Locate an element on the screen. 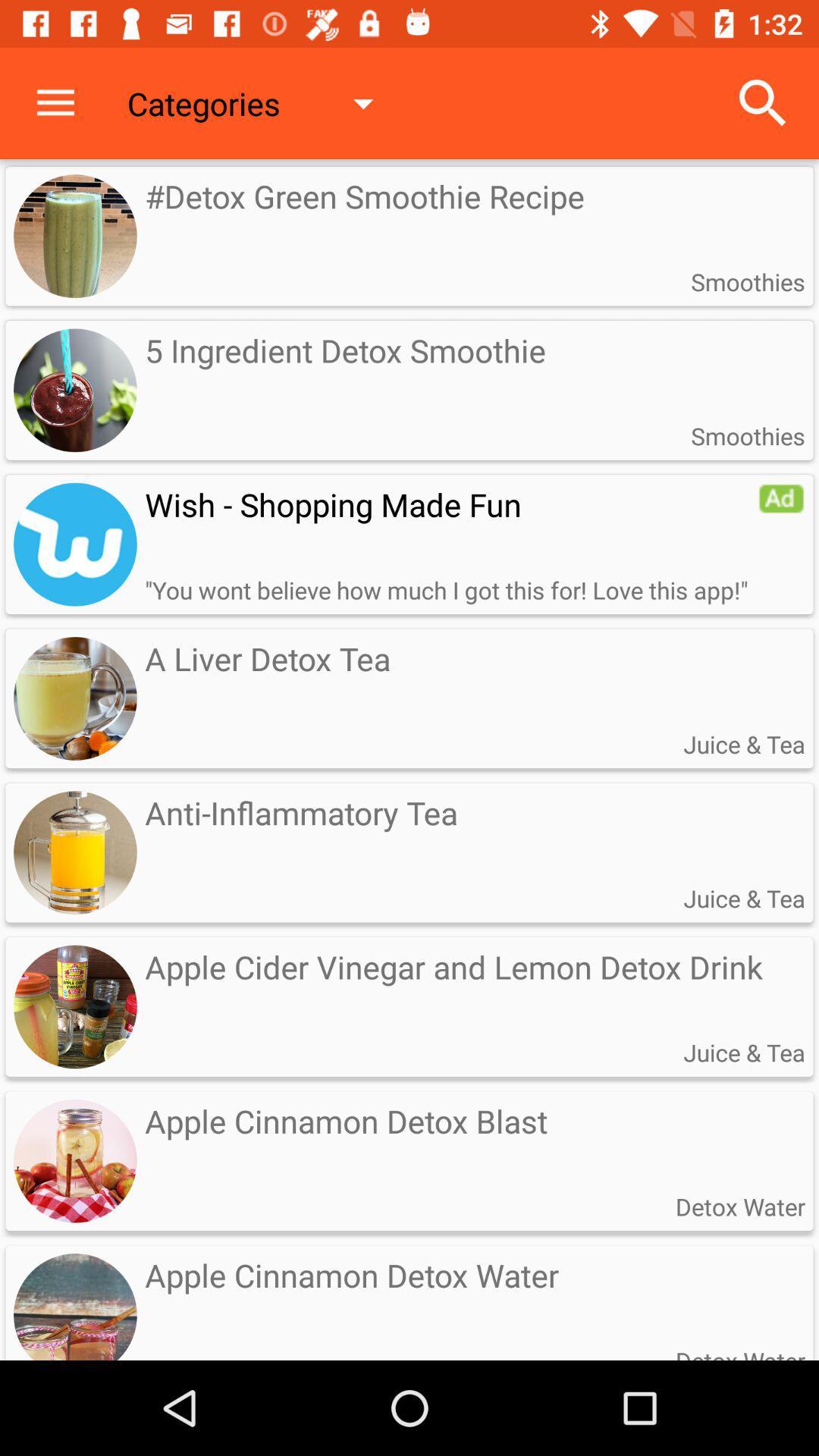  logo of wish app is located at coordinates (75, 544).